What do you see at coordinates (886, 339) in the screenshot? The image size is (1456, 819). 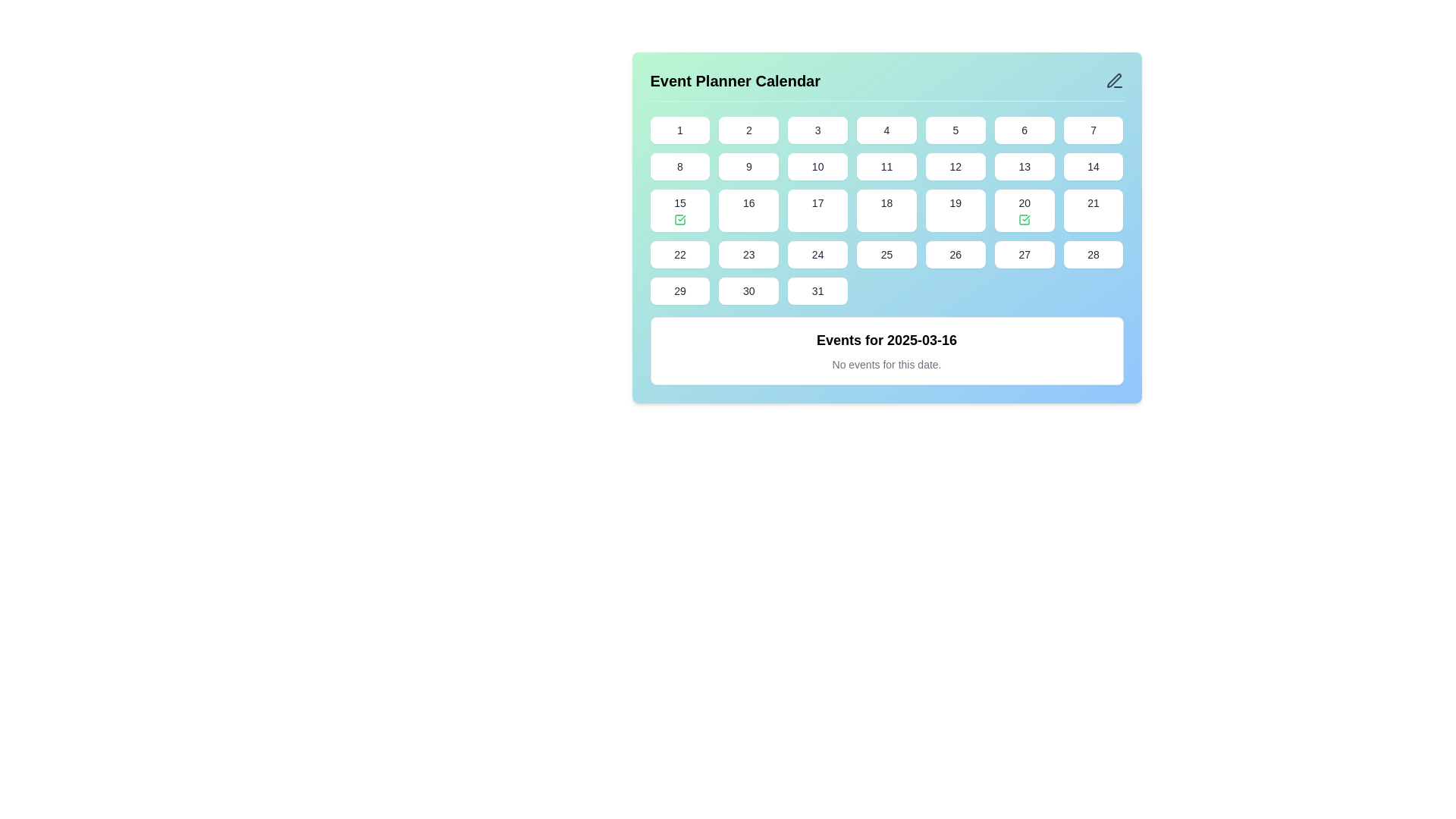 I see `the text label that displays the title or identifier for the events on the specified date, which is located above the 'No events for this date.' message within a bordered white rectangular box` at bounding box center [886, 339].